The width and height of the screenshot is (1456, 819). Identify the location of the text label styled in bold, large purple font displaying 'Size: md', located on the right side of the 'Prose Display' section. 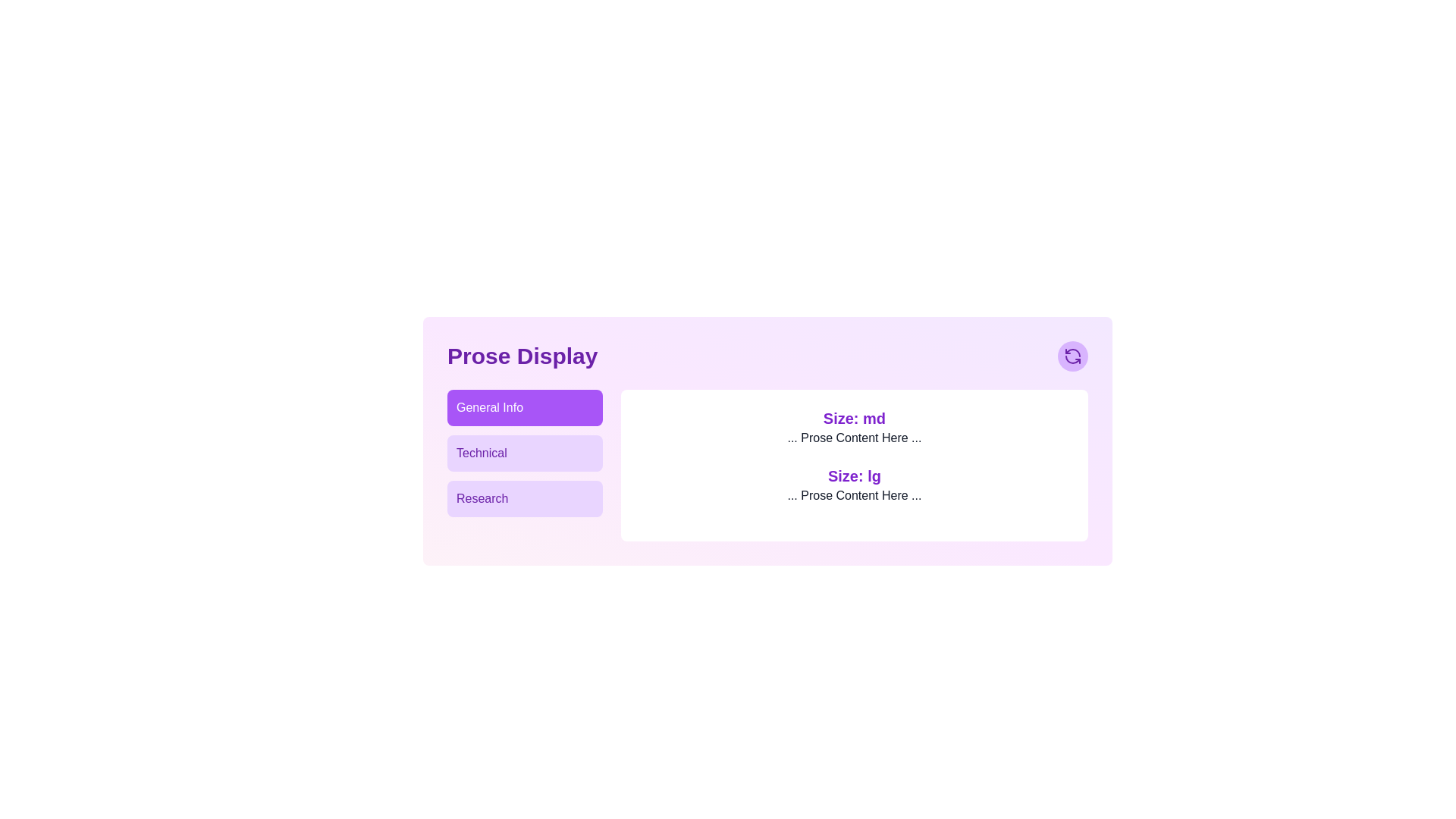
(855, 418).